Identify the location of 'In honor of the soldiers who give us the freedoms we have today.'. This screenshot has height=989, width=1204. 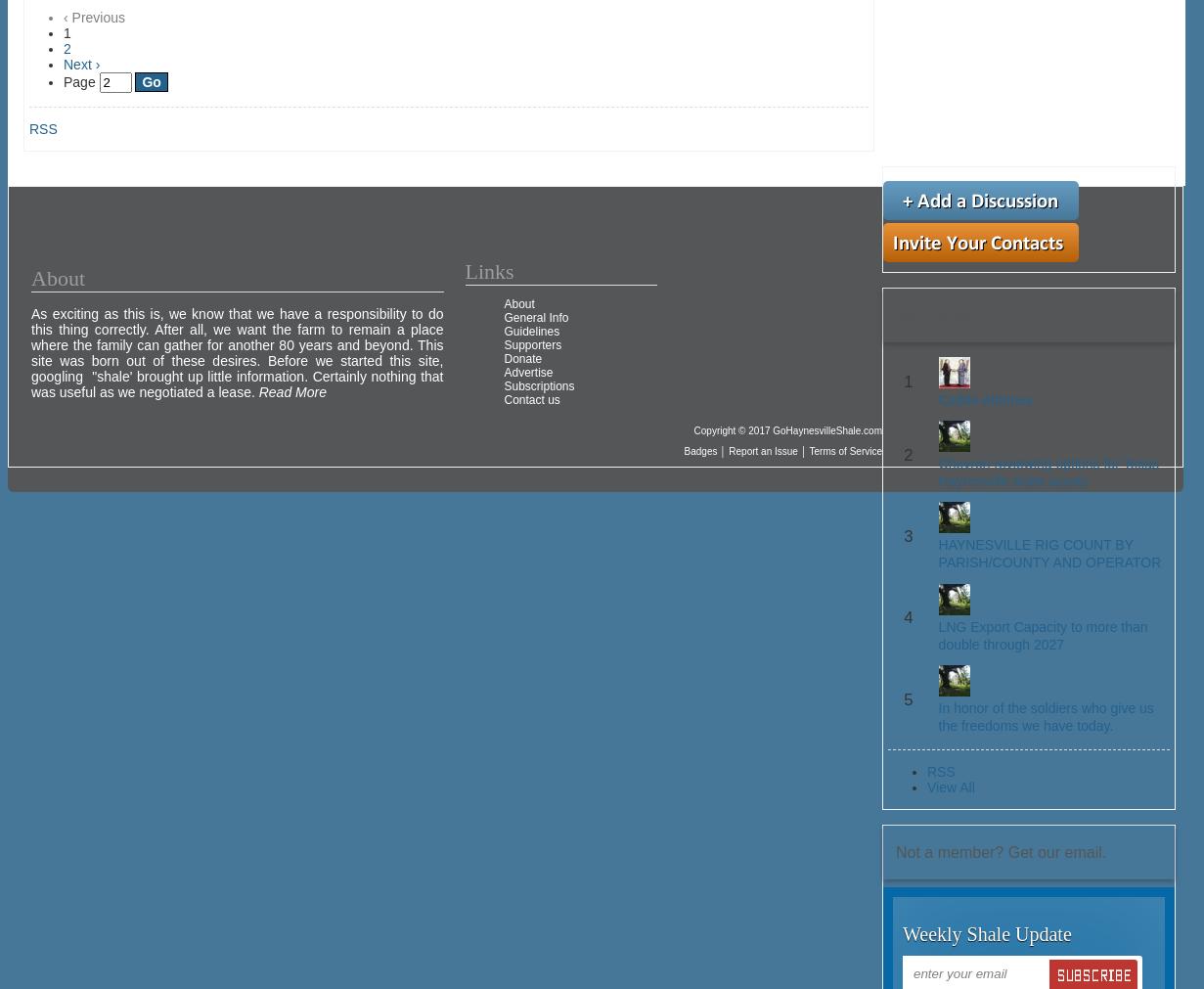
(936, 715).